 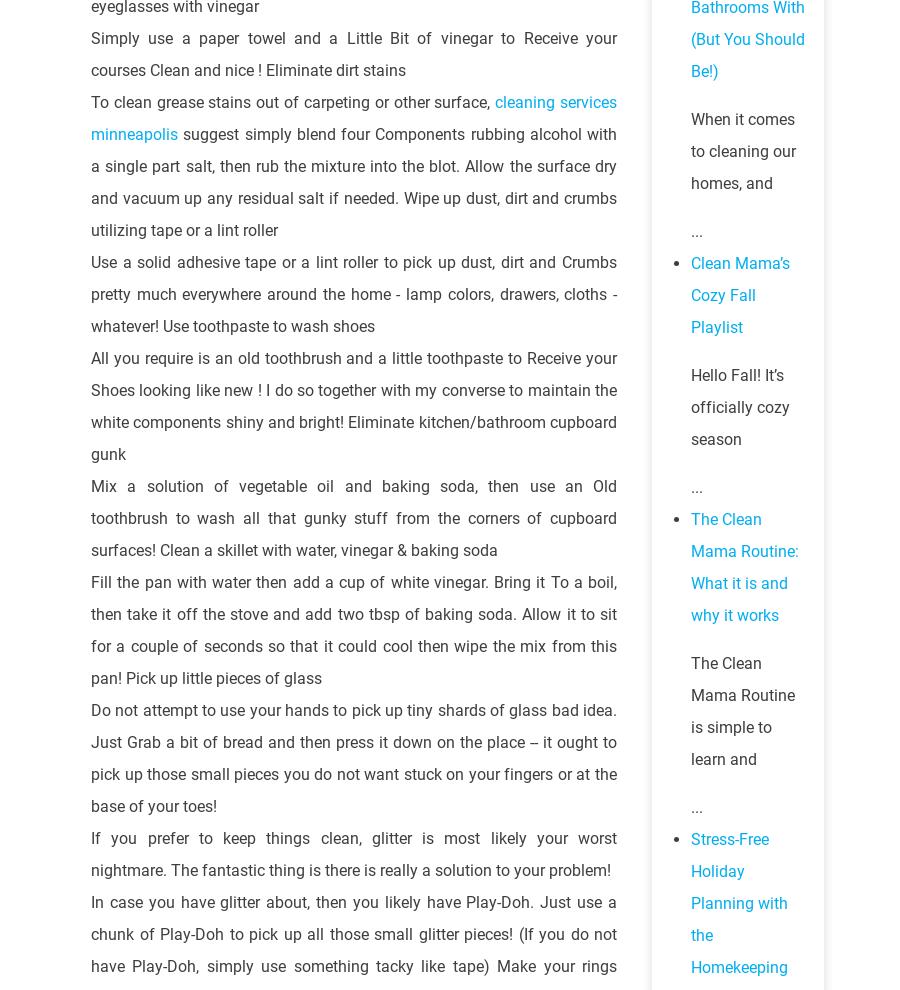 I want to click on 'When it comes to cleaning our homes, and', so click(x=742, y=151).